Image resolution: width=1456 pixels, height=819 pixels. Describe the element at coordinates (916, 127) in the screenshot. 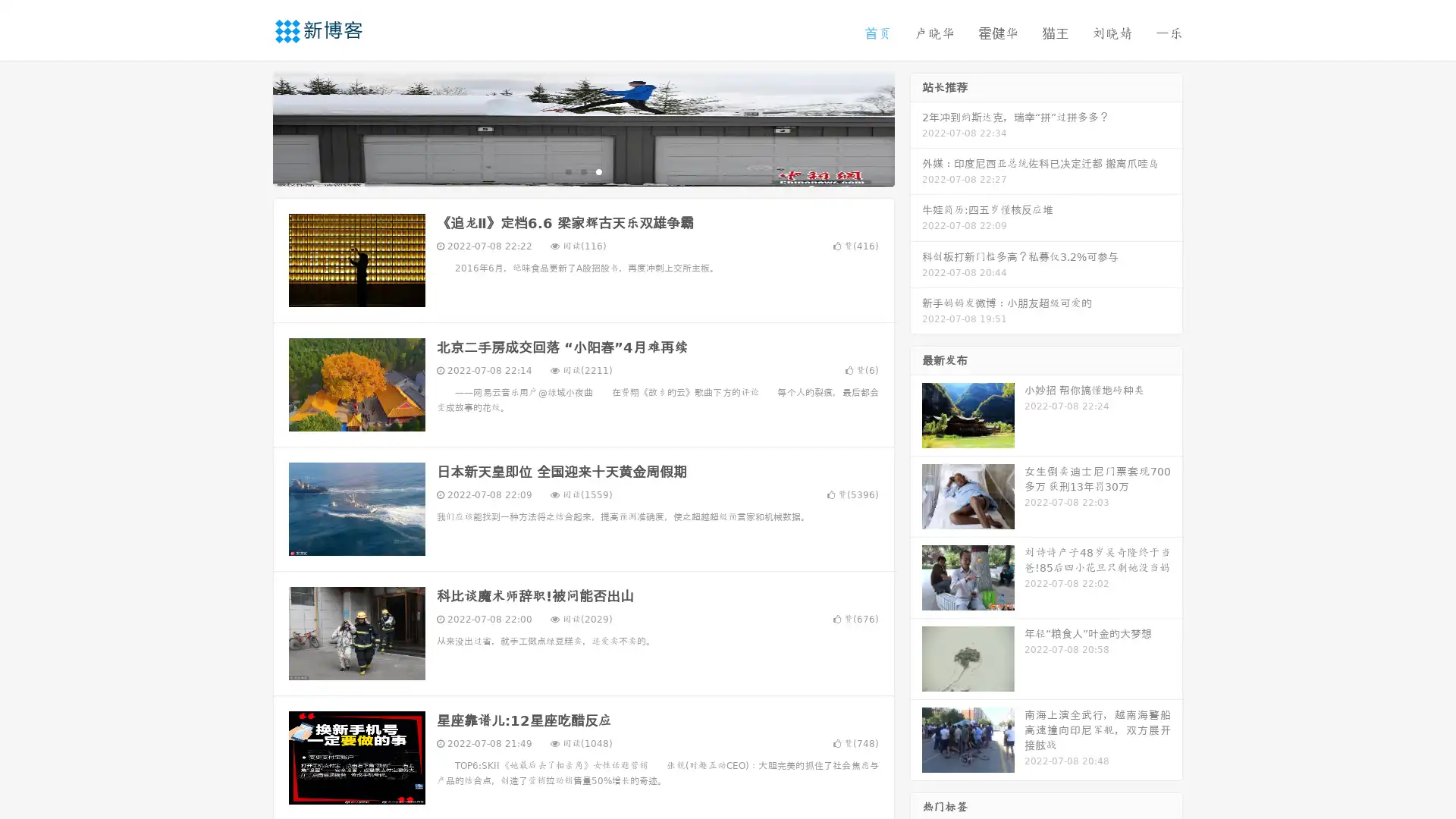

I see `Next slide` at that location.